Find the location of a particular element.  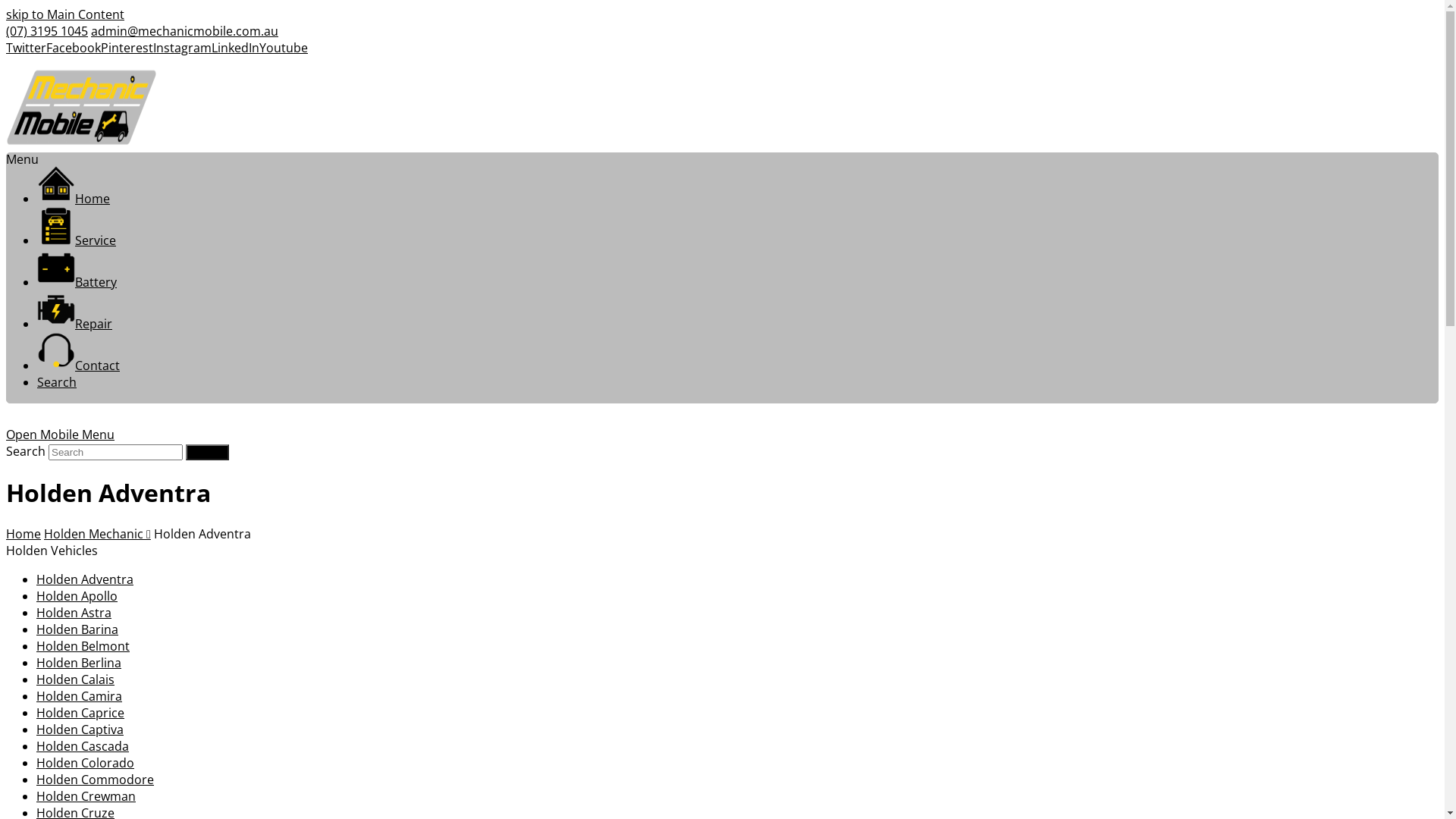

'Holden Astra' is located at coordinates (73, 611).